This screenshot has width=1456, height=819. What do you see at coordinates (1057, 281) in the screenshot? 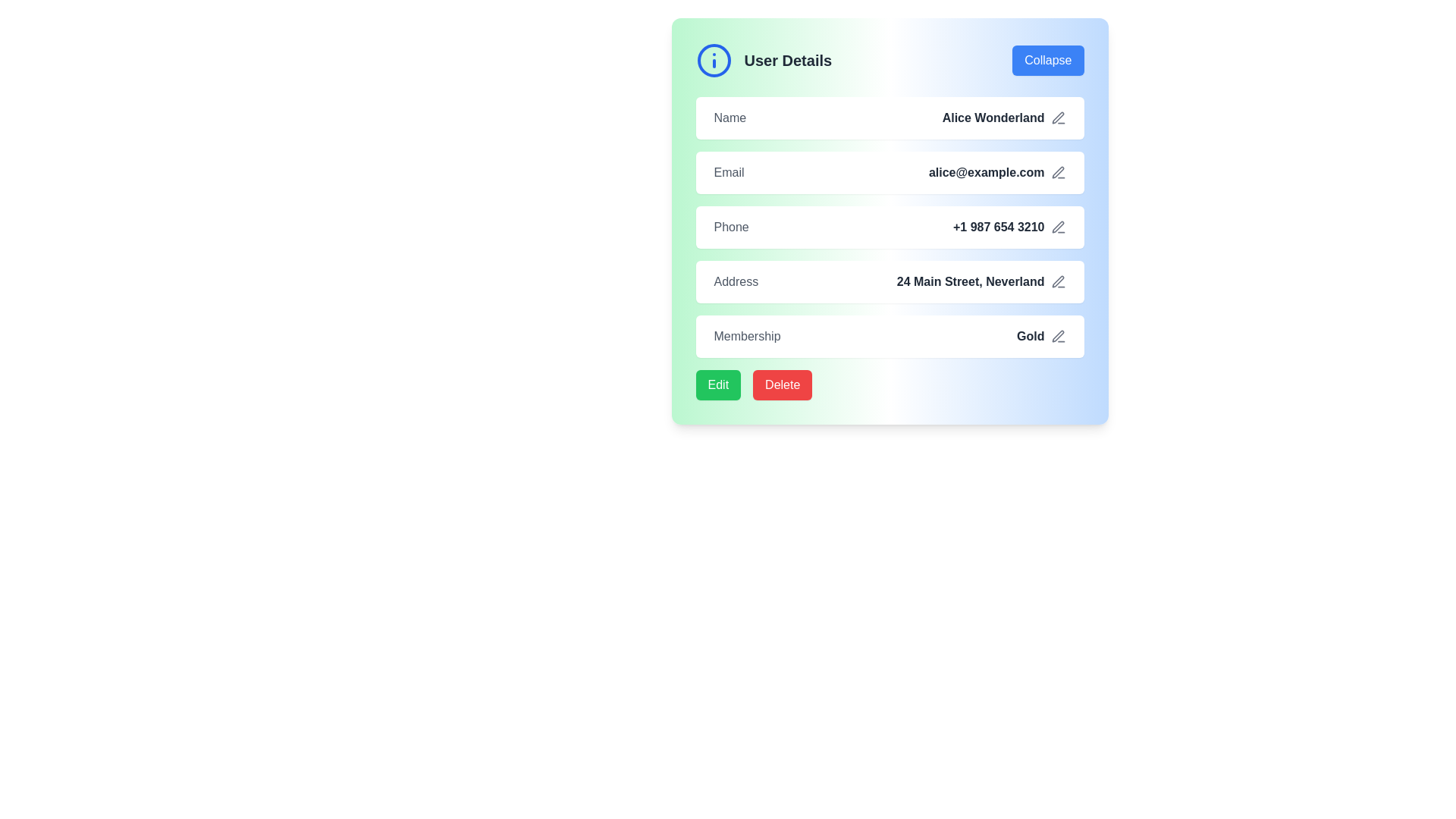
I see `the icon button located to the right of the address text '24 Main Street, Neverland'` at bounding box center [1057, 281].